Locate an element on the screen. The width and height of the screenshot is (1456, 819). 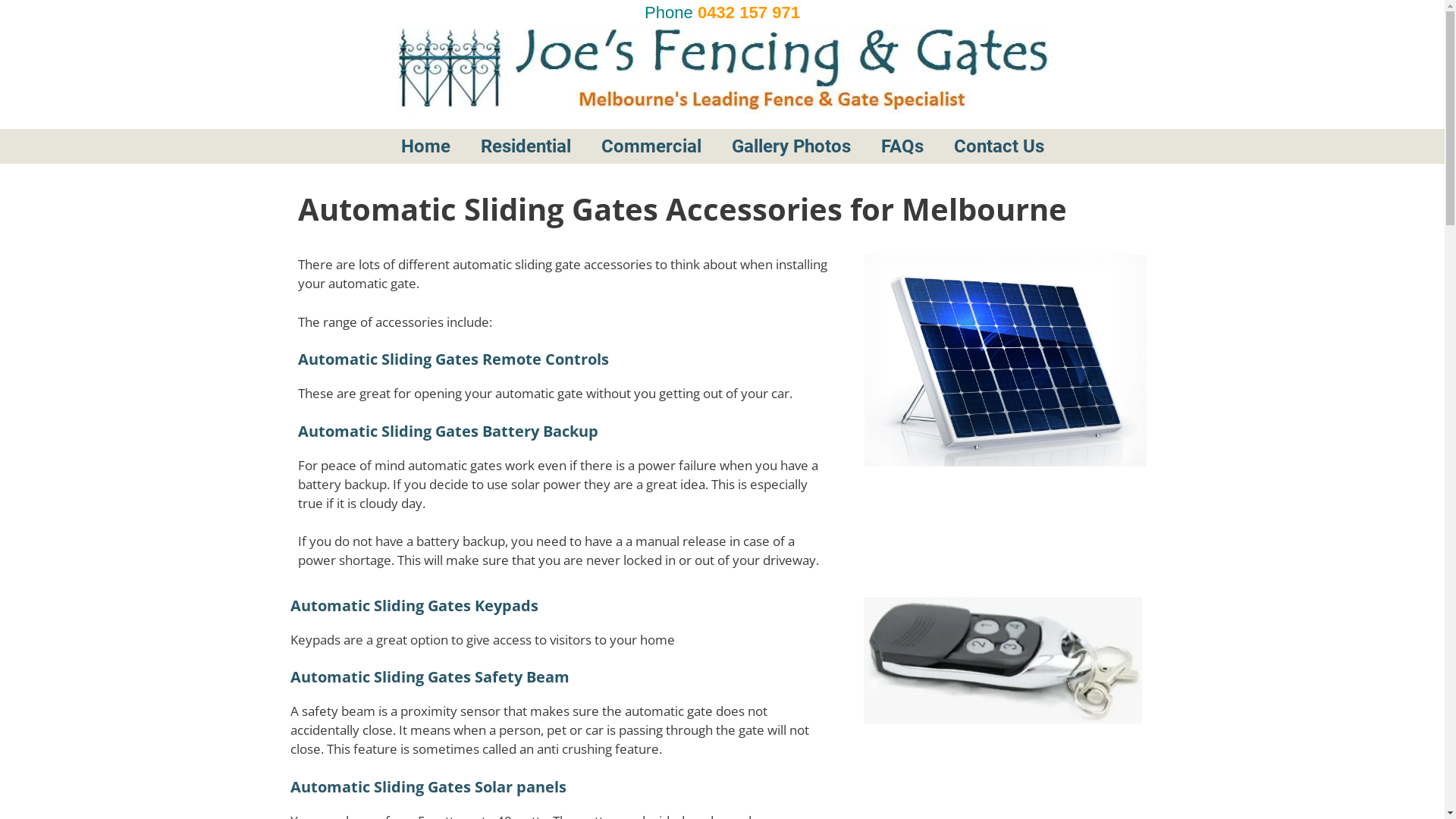
'Commercial' is located at coordinates (617, 146).